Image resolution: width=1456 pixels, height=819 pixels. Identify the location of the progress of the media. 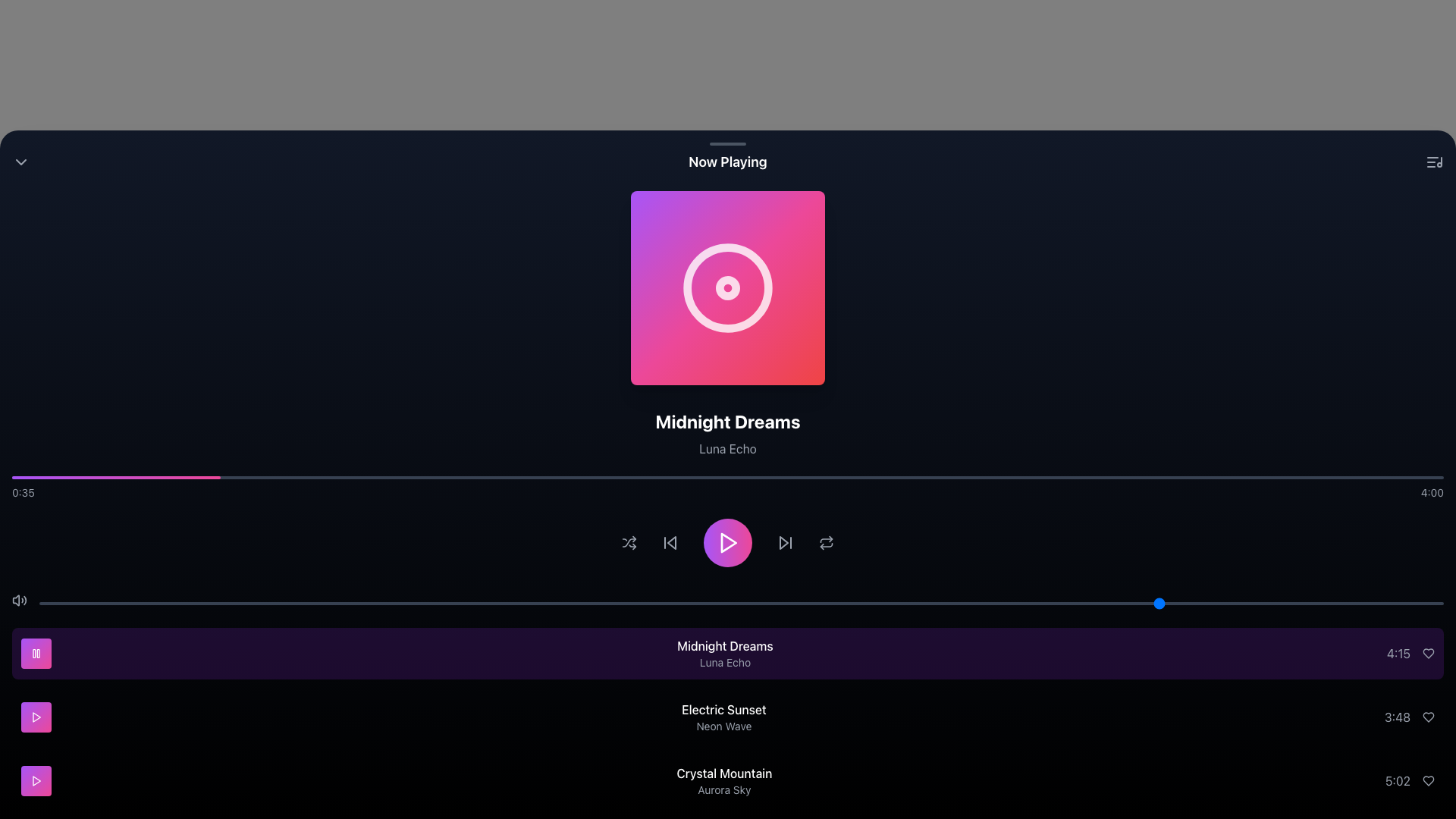
(1386, 476).